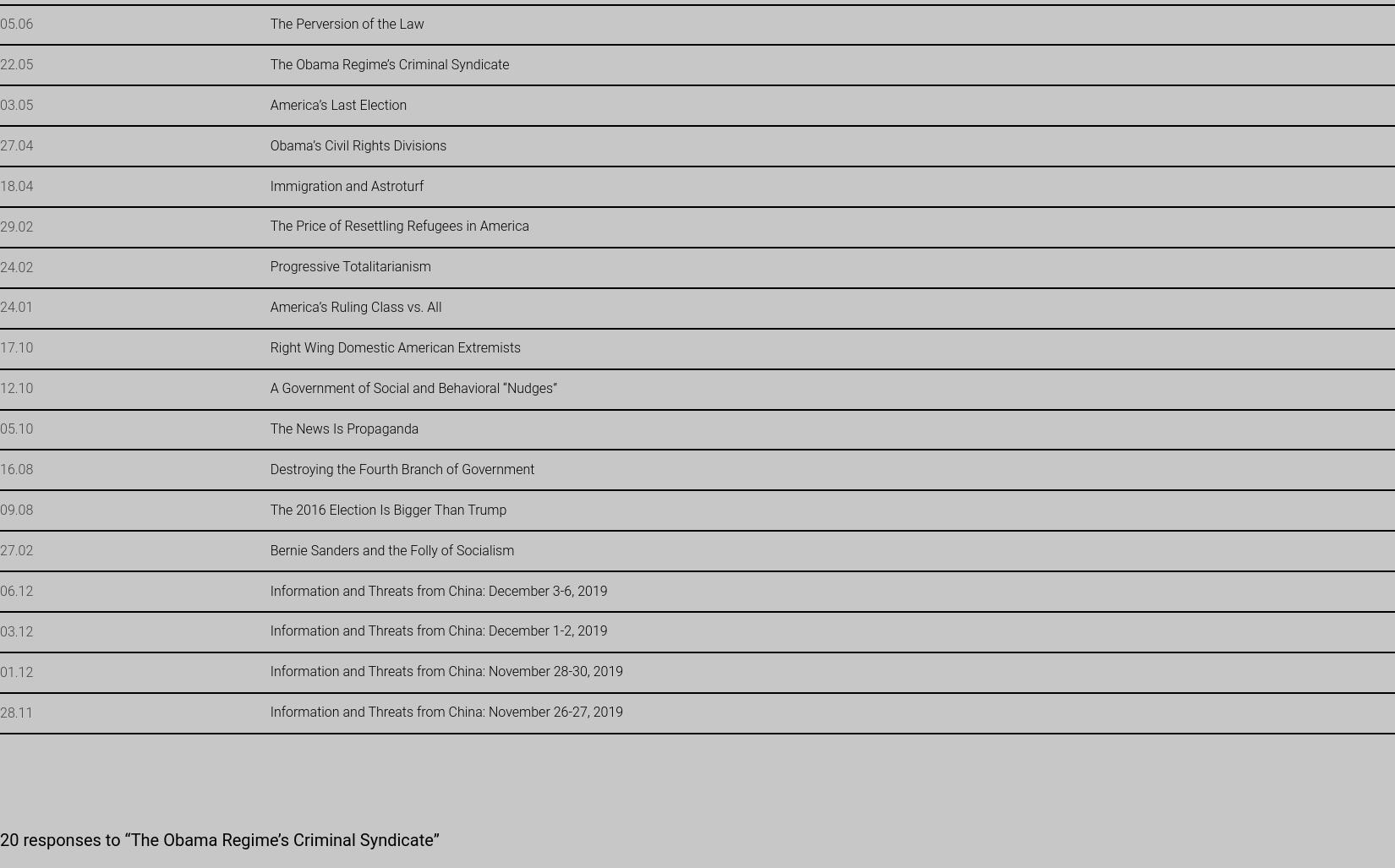 This screenshot has width=1395, height=868. Describe the element at coordinates (16, 630) in the screenshot. I see `'03.12'` at that location.